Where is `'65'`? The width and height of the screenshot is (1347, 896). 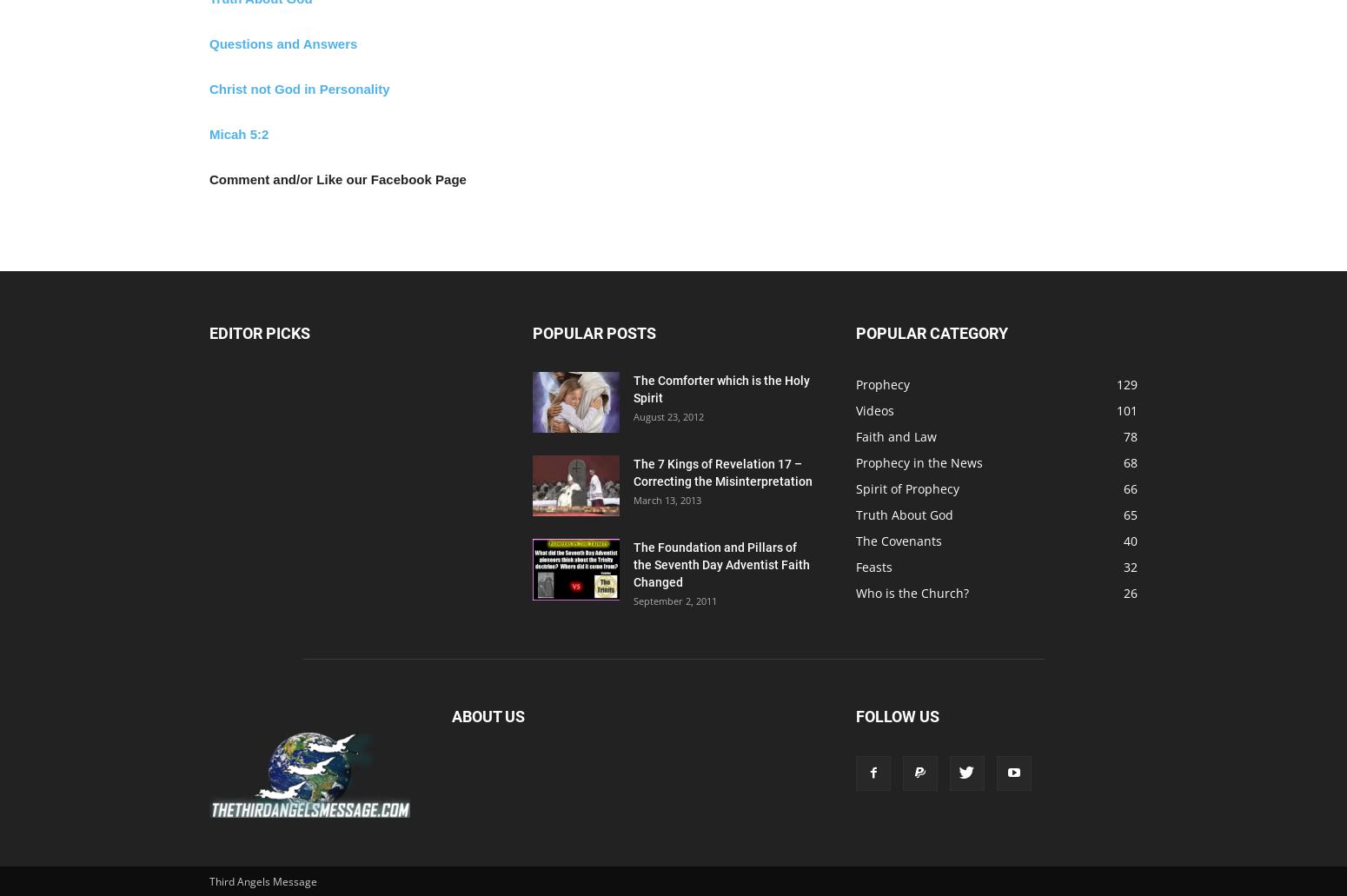
'65' is located at coordinates (1123, 514).